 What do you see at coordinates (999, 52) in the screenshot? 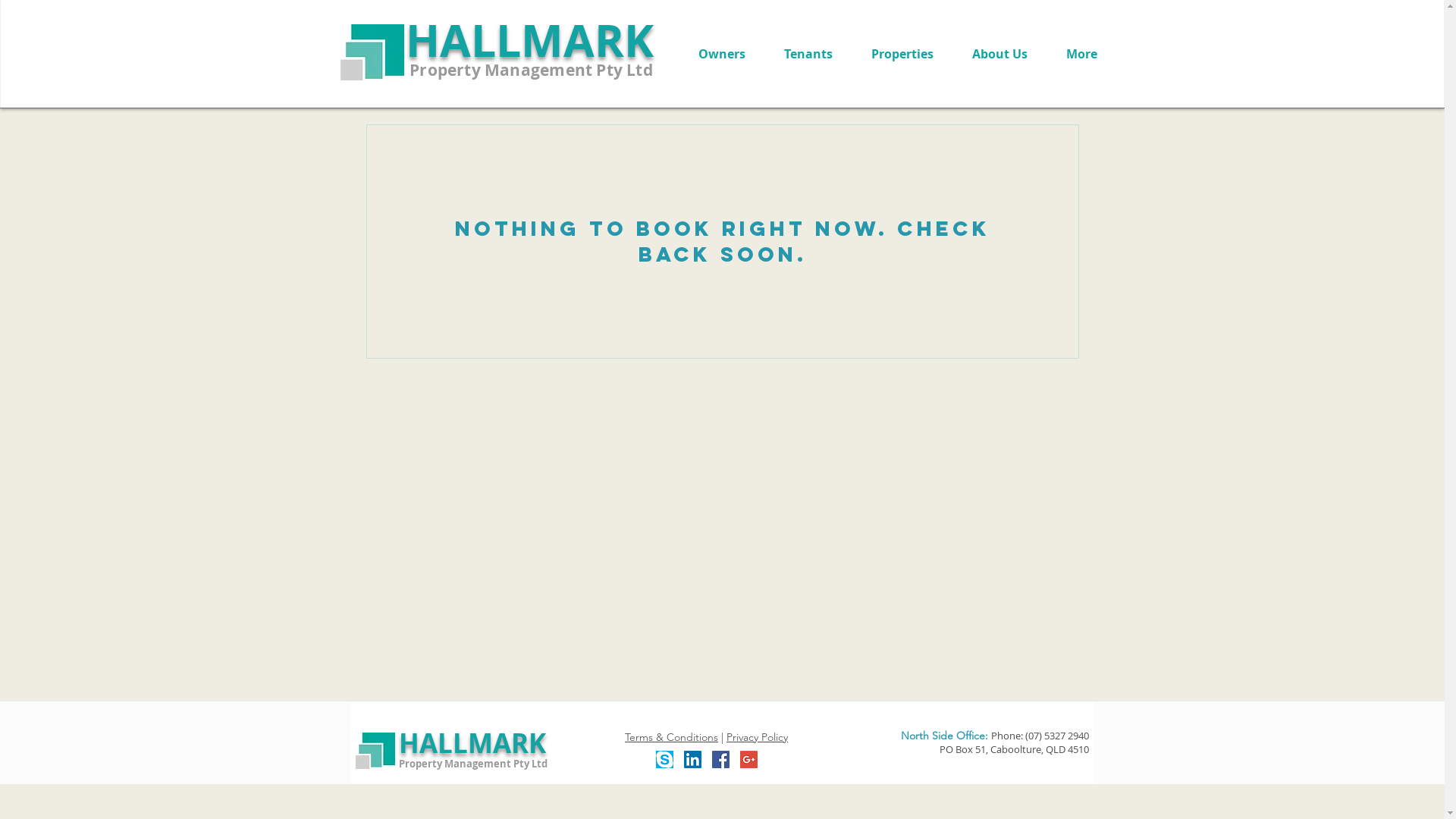
I see `'About Us'` at bounding box center [999, 52].